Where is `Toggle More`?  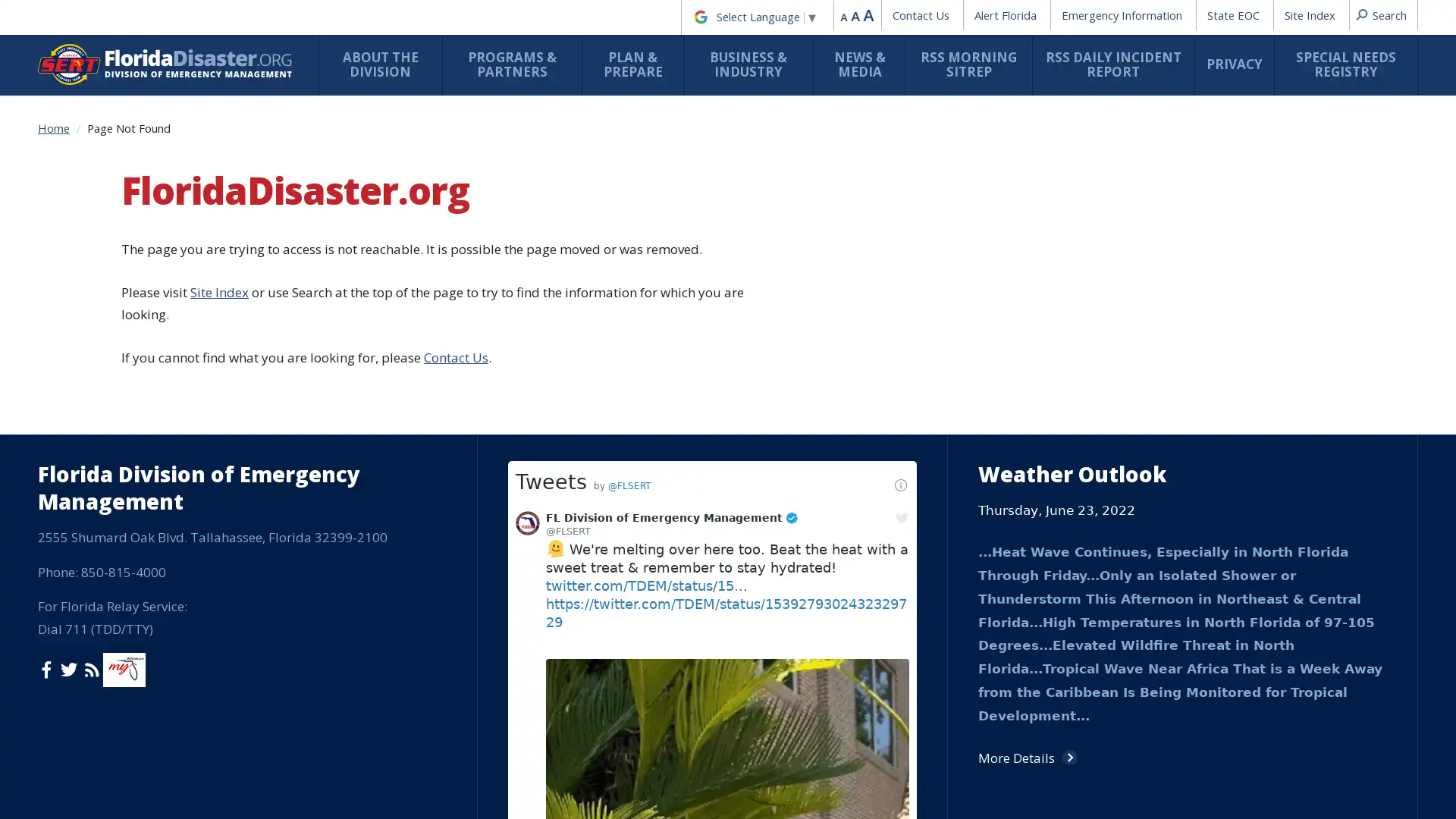 Toggle More is located at coordinates (719, 304).